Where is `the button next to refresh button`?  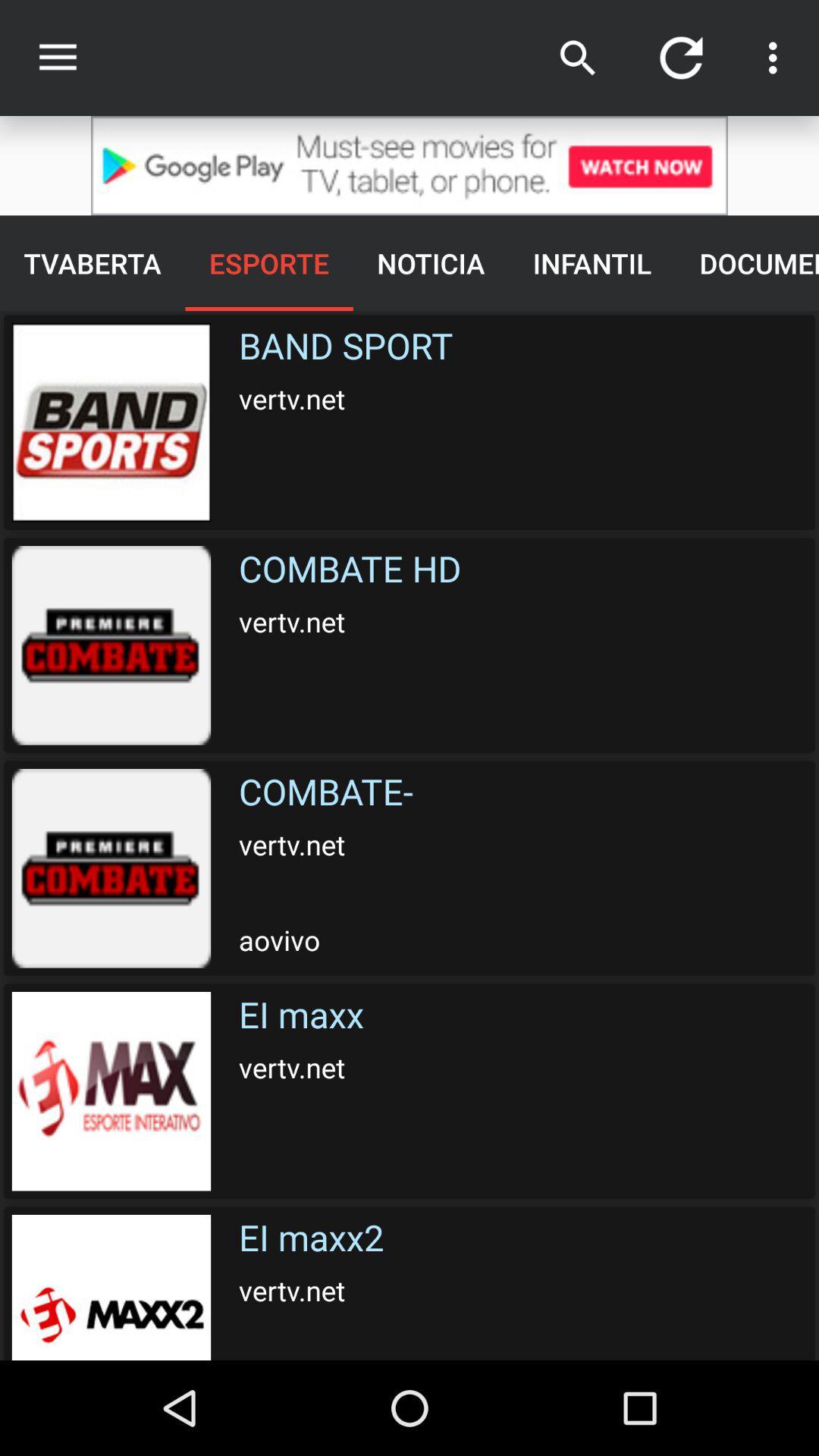 the button next to refresh button is located at coordinates (777, 58).